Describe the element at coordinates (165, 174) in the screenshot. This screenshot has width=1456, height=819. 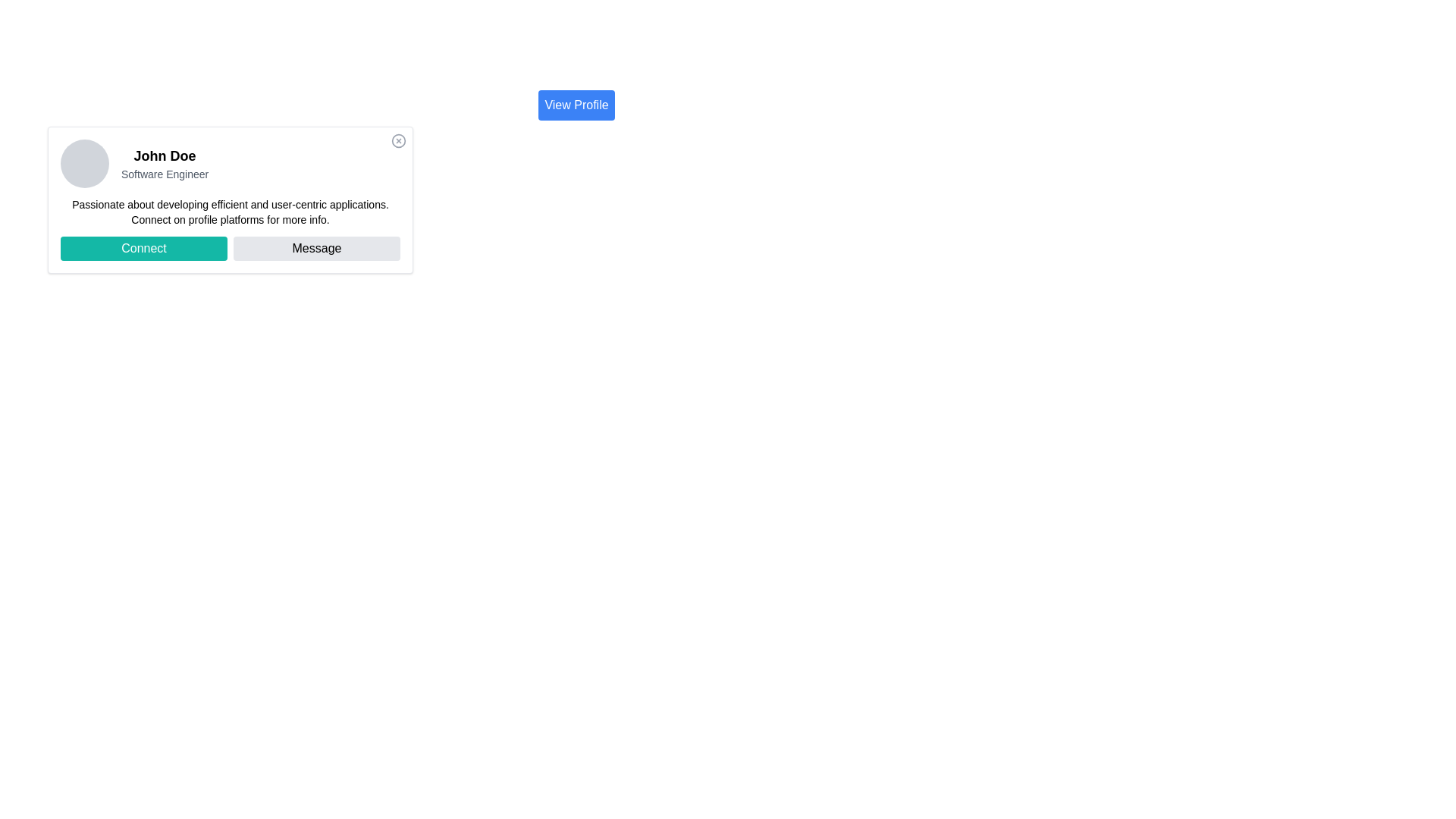
I see `text label that indicates the professional role of 'John Doe', located below the title within the profile card section` at that location.